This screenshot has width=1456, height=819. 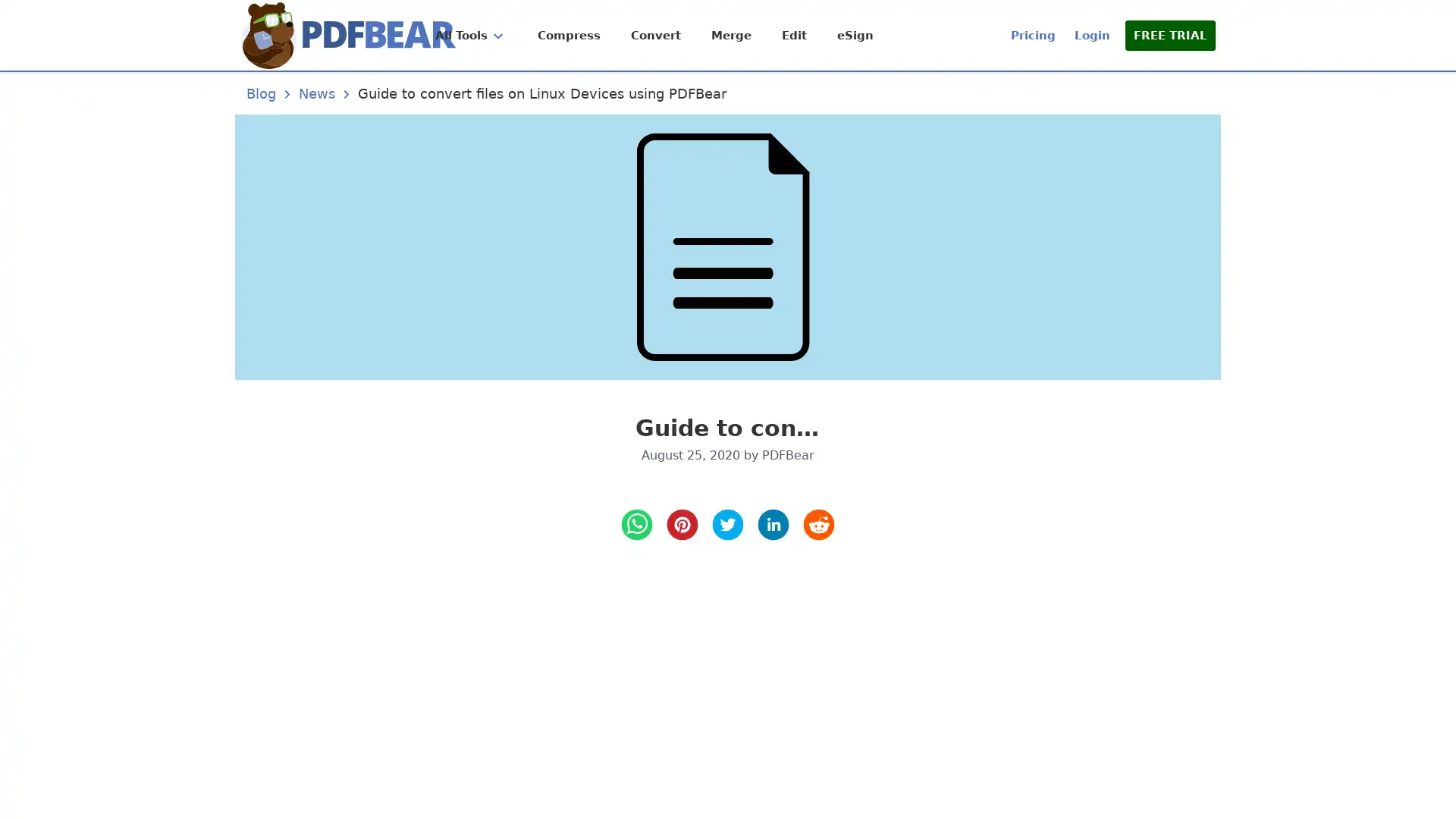 I want to click on eSign, so click(x=855, y=34).